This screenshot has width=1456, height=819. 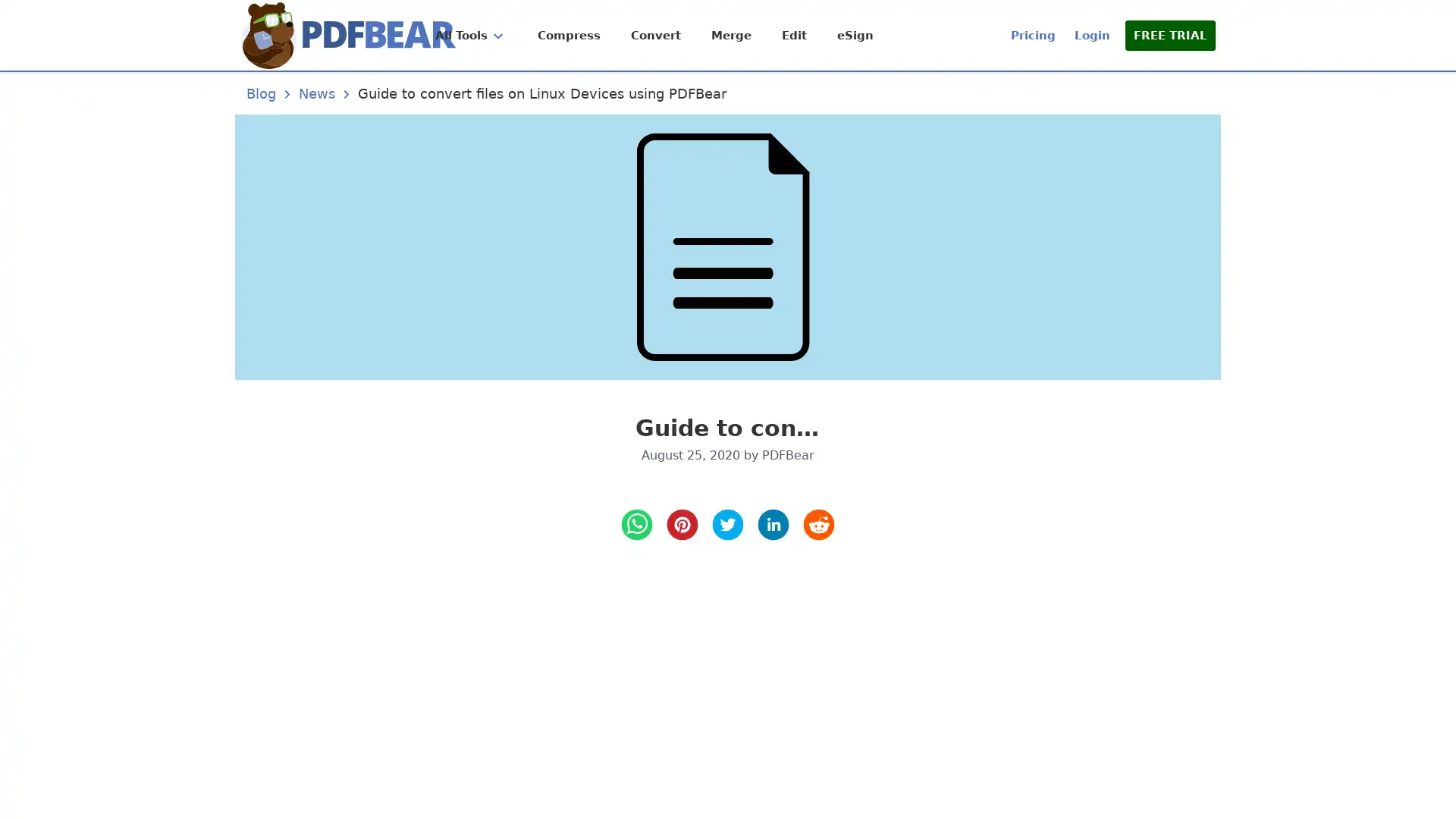 I want to click on eSign, so click(x=855, y=34).